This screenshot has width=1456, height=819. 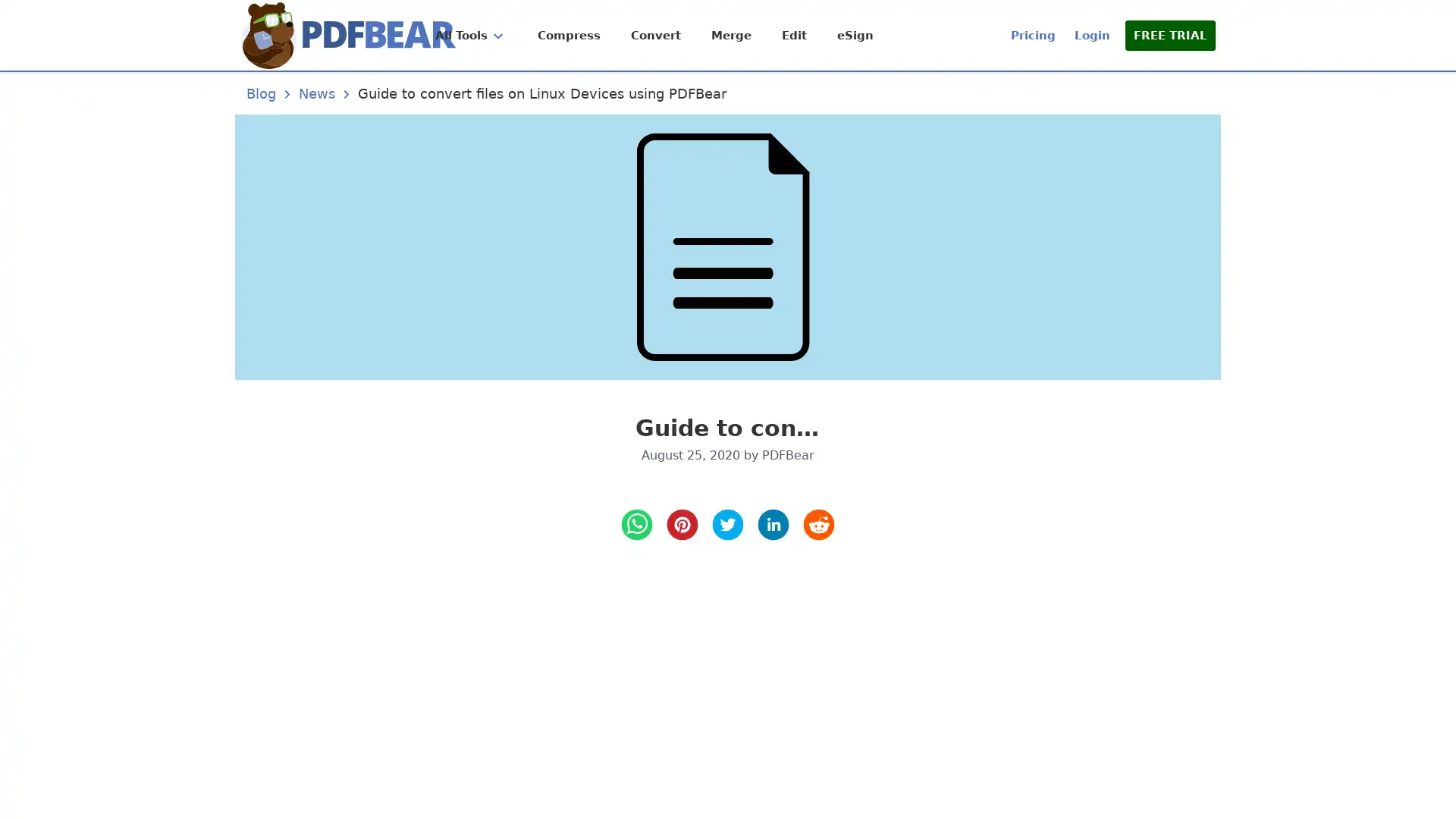 I want to click on eSign, so click(x=855, y=34).